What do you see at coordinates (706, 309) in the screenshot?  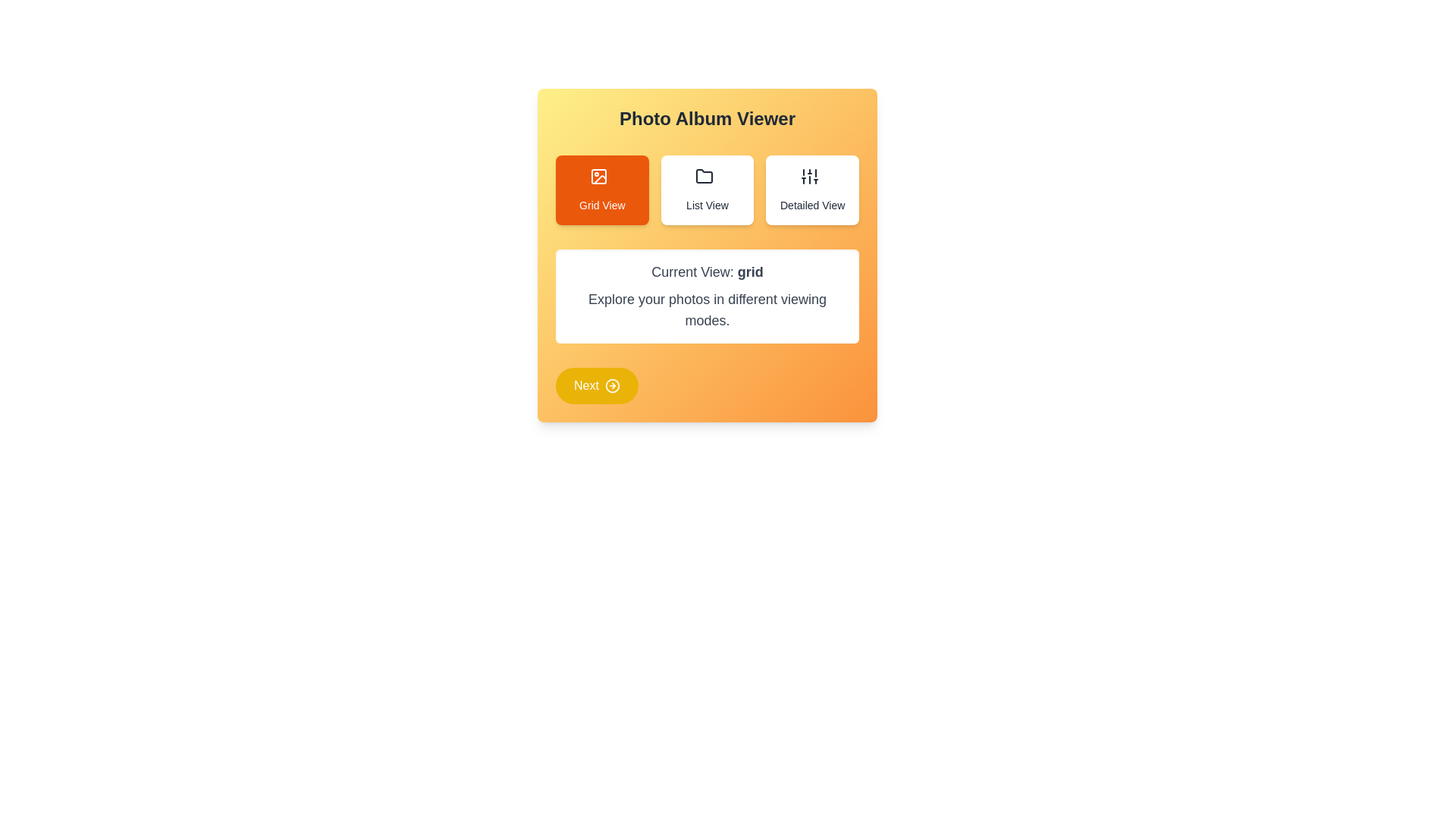 I see `informational Text Label located below the 'Current View: grid' label, which explains the purpose or options available for photo viewing modes` at bounding box center [706, 309].